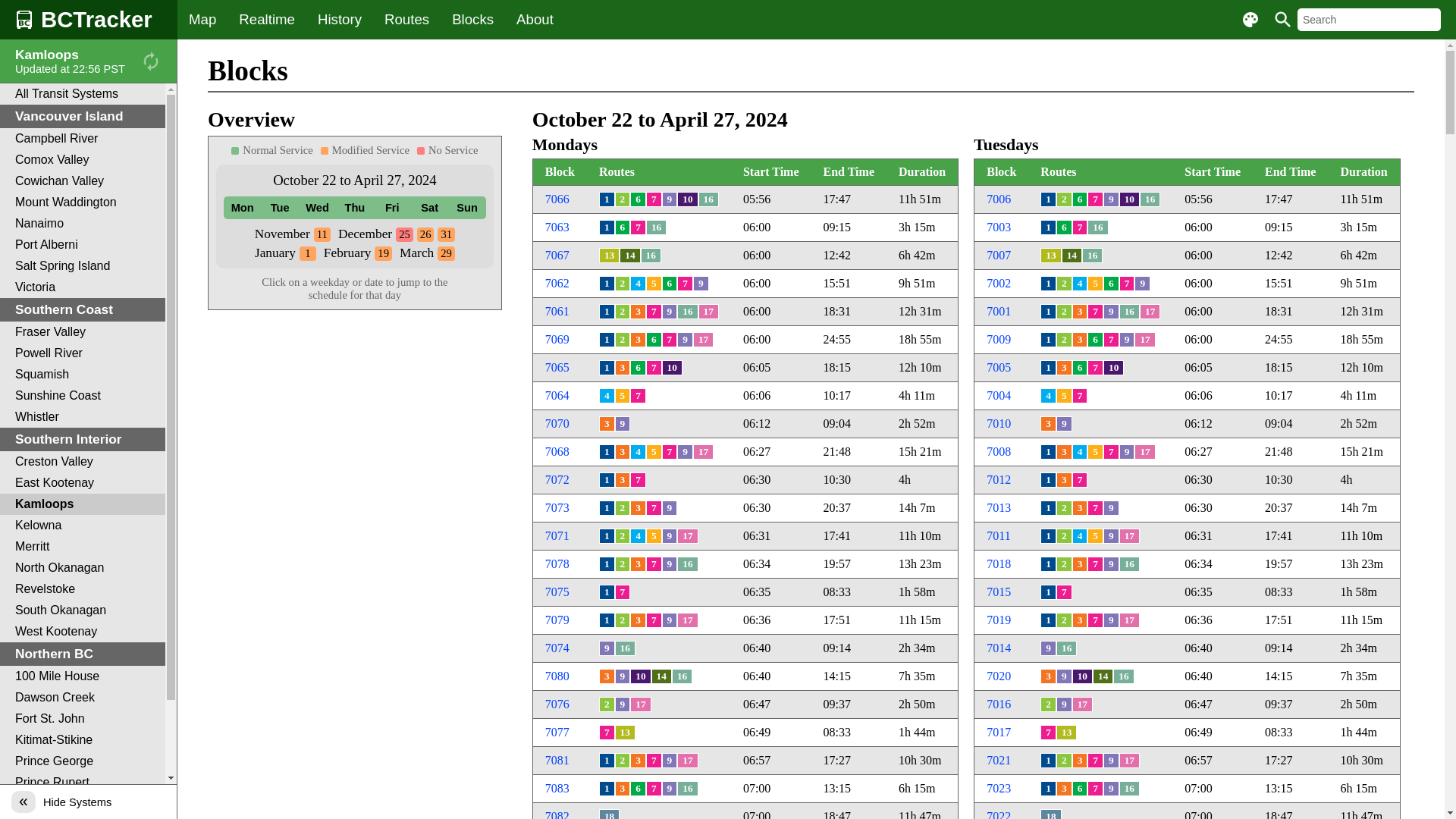 The width and height of the screenshot is (1456, 819). I want to click on '9', so click(669, 760).